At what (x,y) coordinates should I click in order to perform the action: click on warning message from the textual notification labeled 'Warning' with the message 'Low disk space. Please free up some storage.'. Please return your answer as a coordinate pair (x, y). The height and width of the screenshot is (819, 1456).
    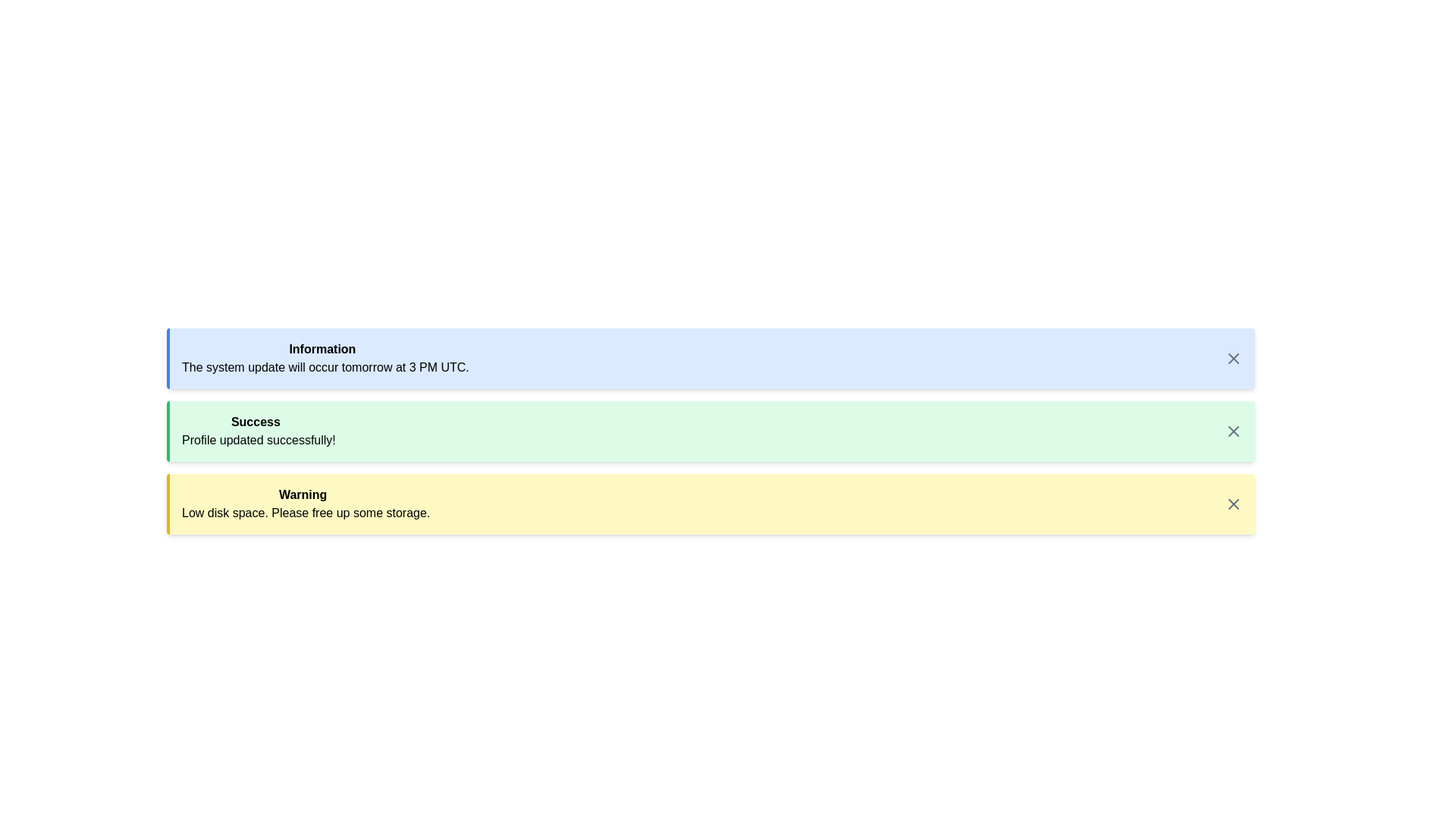
    Looking at the image, I should click on (305, 504).